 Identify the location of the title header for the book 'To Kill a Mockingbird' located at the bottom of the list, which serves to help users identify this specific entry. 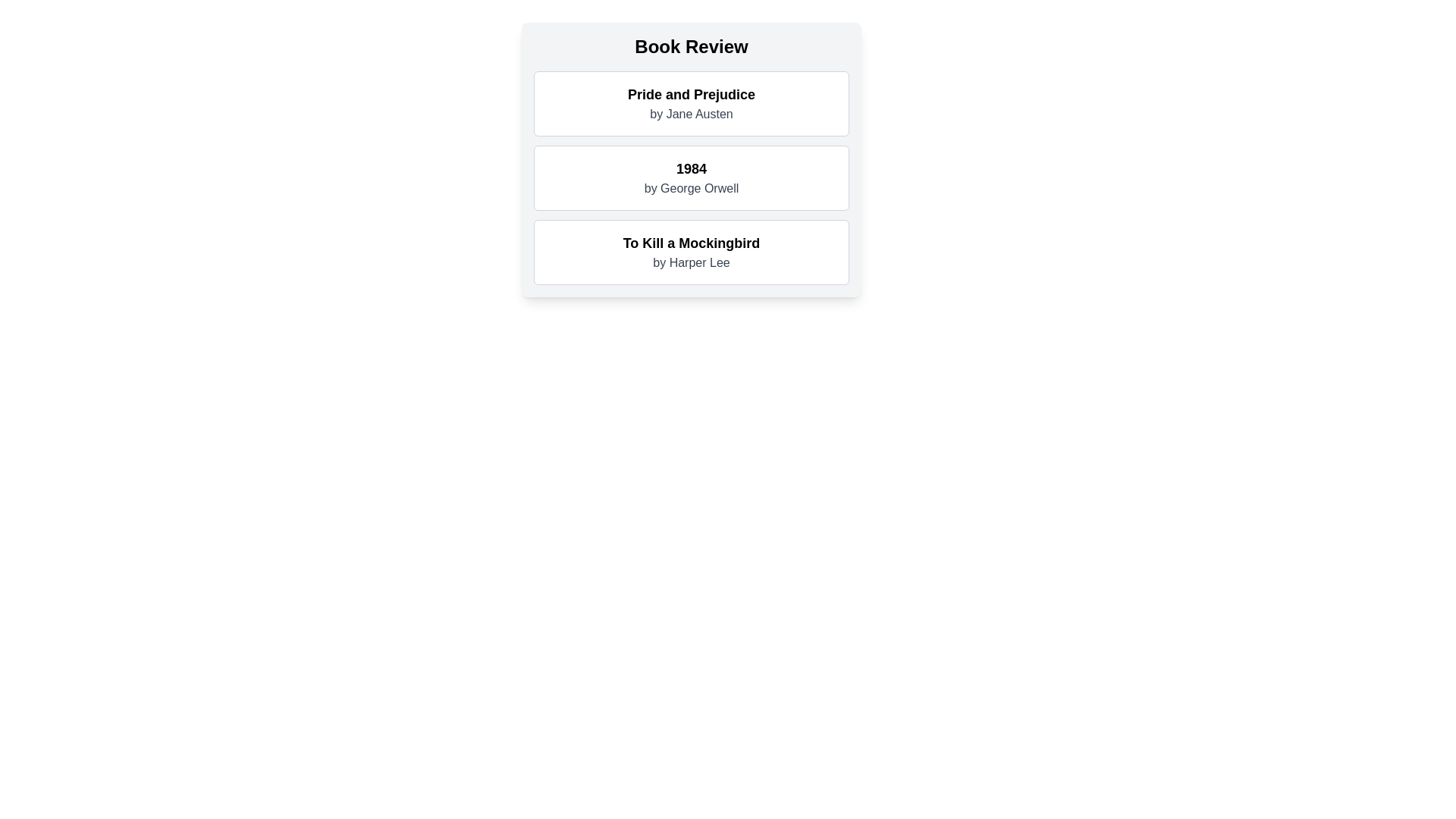
(691, 242).